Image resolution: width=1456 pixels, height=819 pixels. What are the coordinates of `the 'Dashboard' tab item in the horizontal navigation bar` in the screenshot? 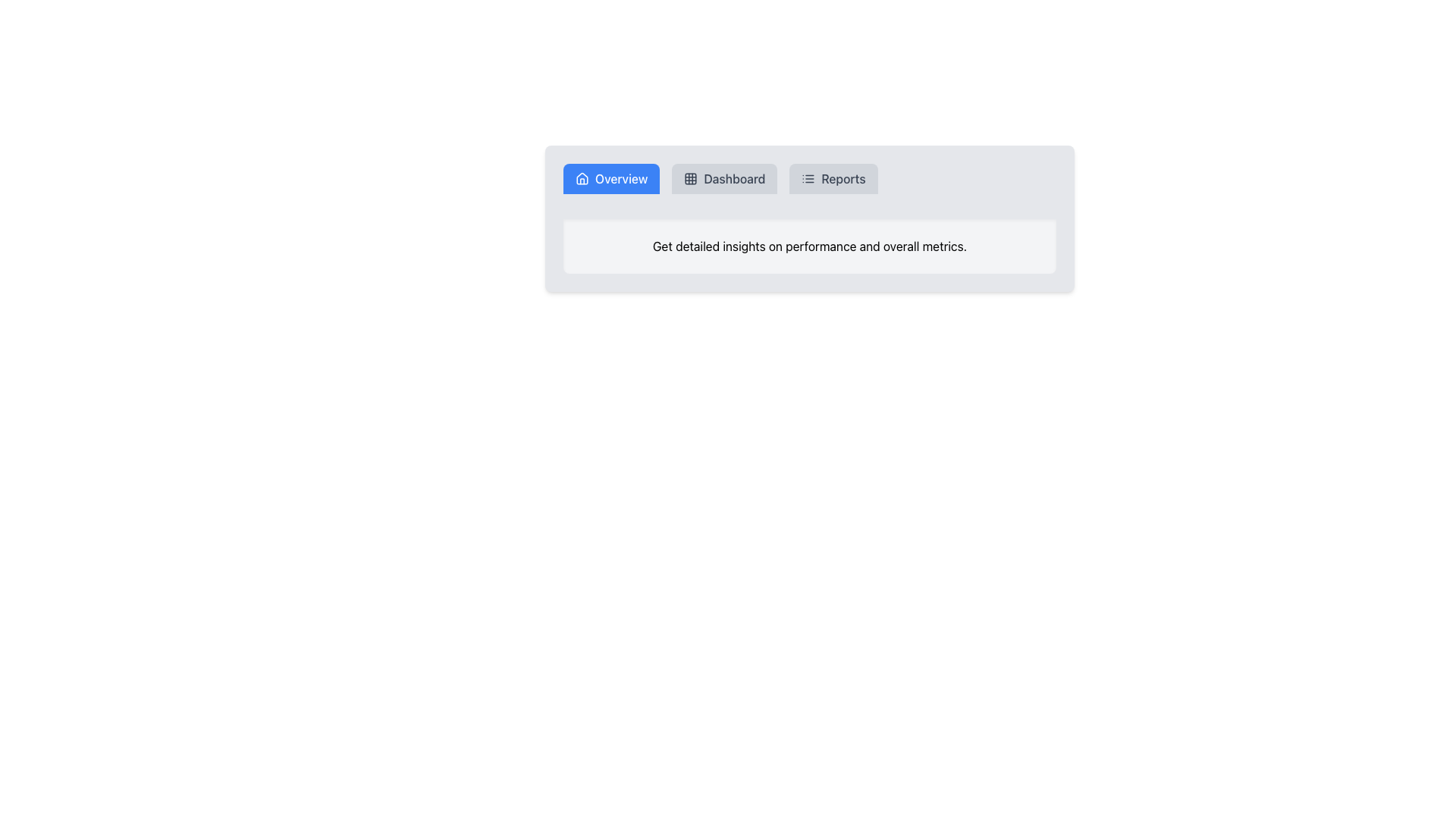 It's located at (723, 177).